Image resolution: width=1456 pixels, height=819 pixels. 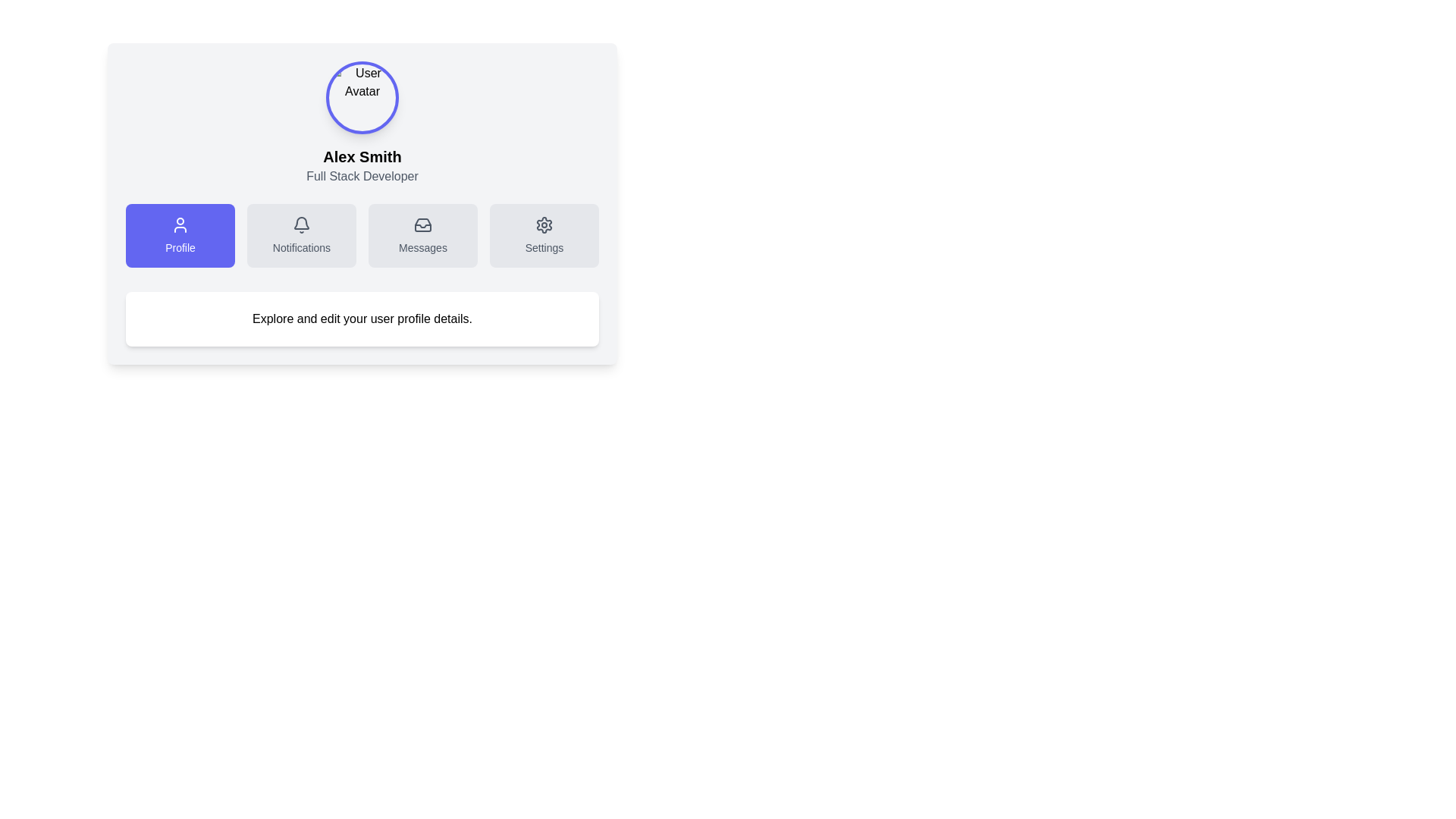 What do you see at coordinates (544, 225) in the screenshot?
I see `the Settings Cog icon` at bounding box center [544, 225].